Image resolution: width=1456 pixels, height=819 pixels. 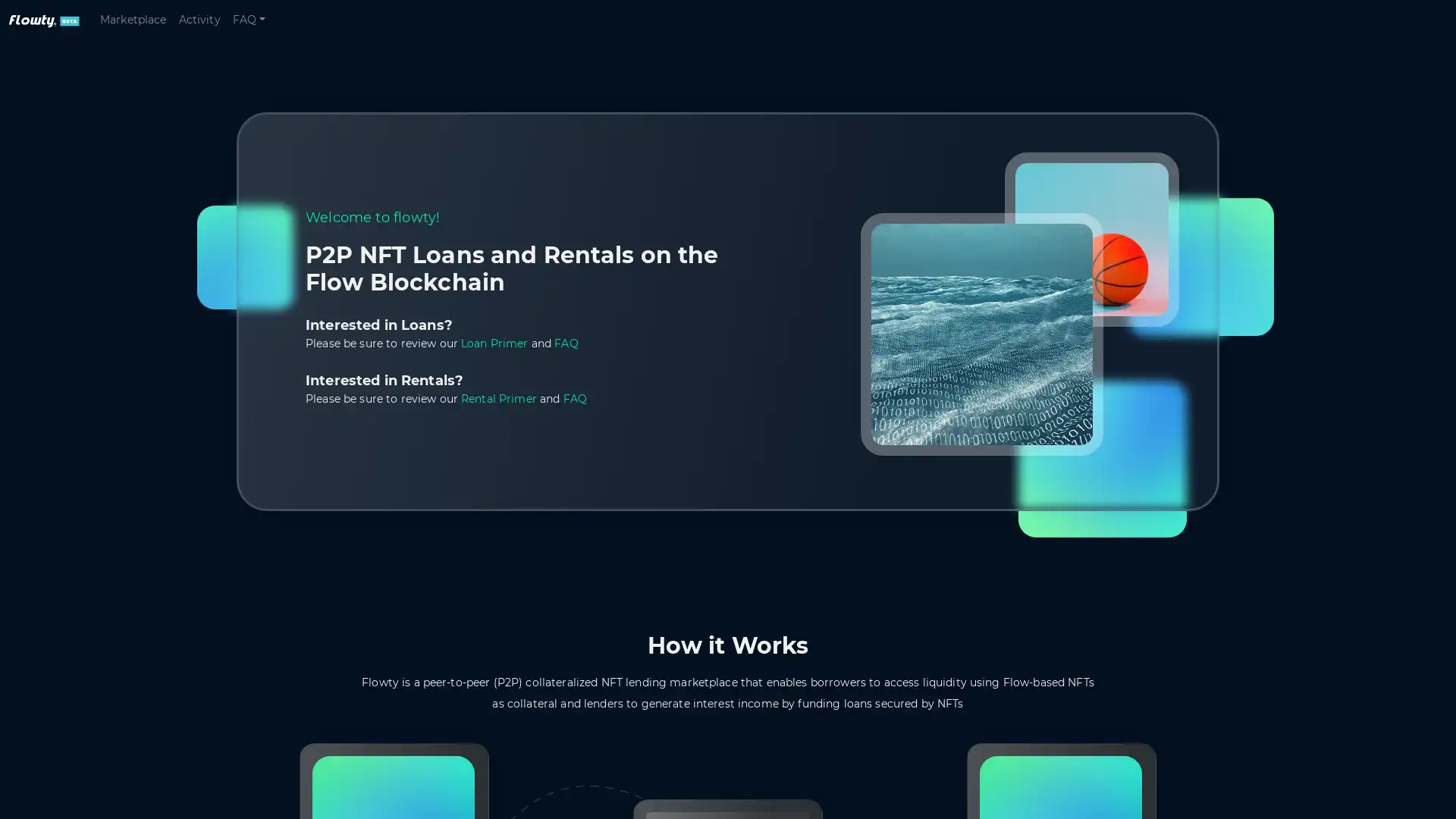 I want to click on FAQ, so click(x=248, y=24).